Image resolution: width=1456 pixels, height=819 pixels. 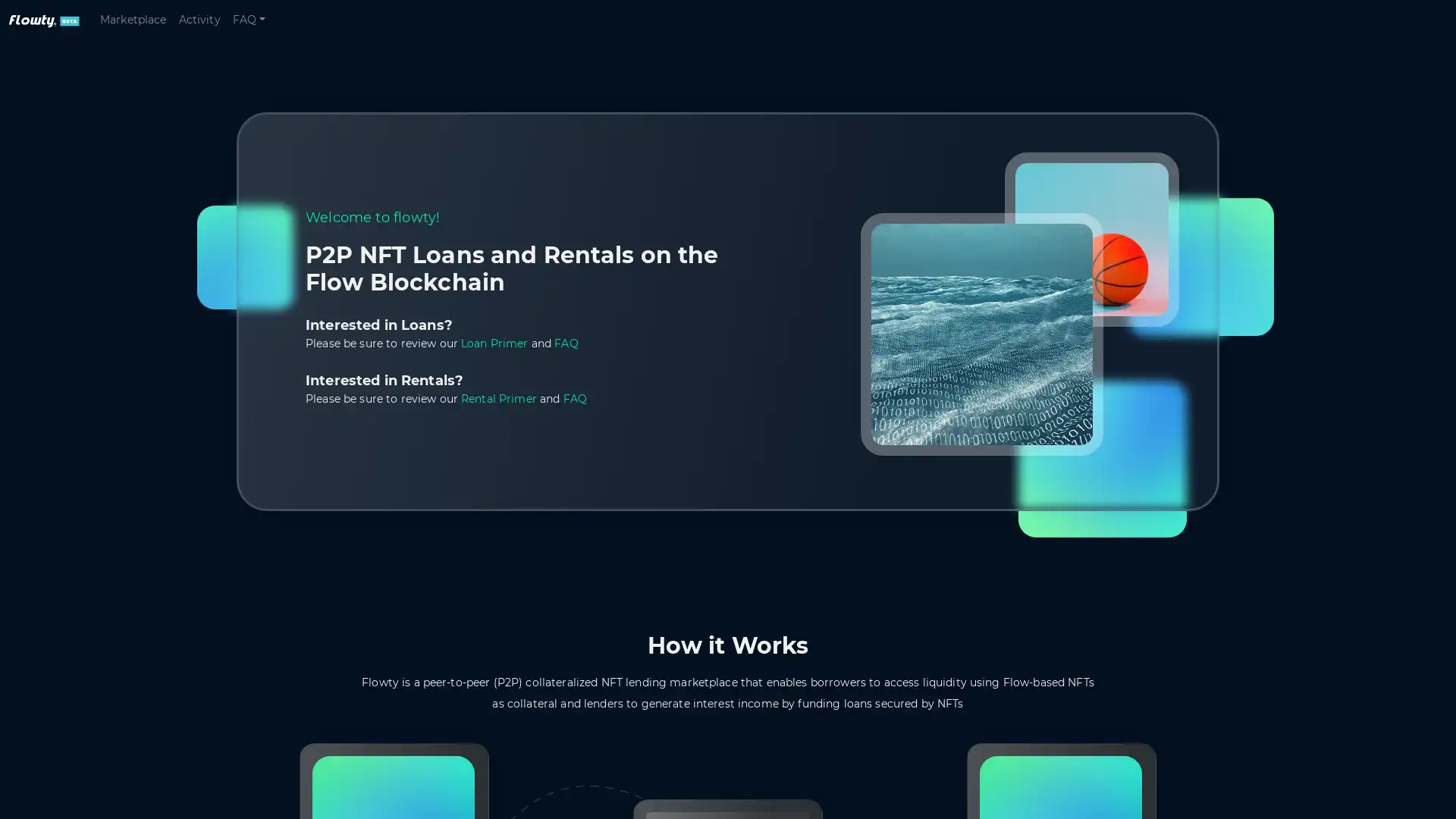 I want to click on FAQ, so click(x=248, y=24).